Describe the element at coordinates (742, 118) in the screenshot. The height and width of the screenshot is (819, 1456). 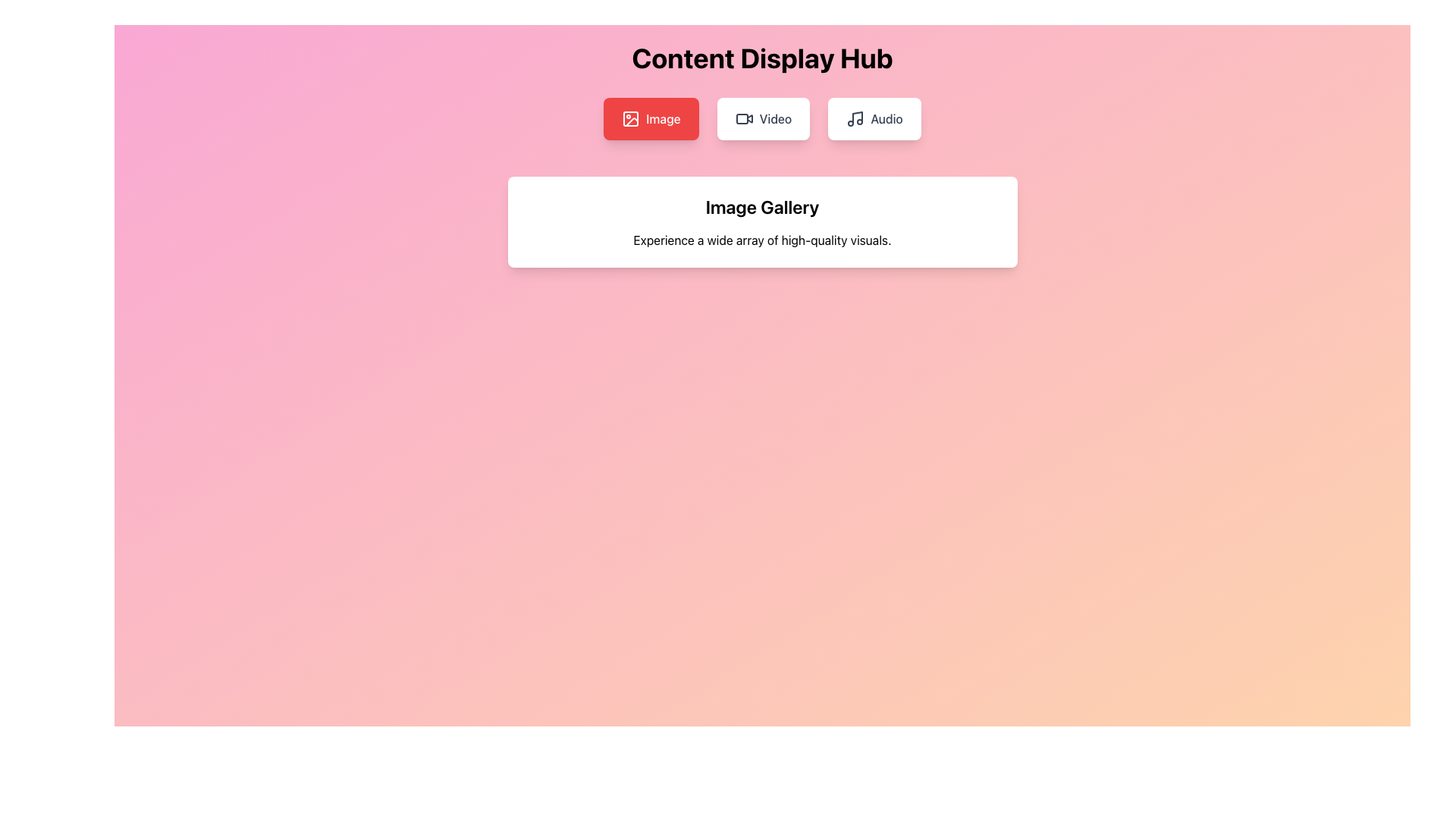
I see `video icon component located inside the second button from the left in the horizontal group of three buttons (Image, Video, Audio) below the title 'Content Display Hub'` at that location.